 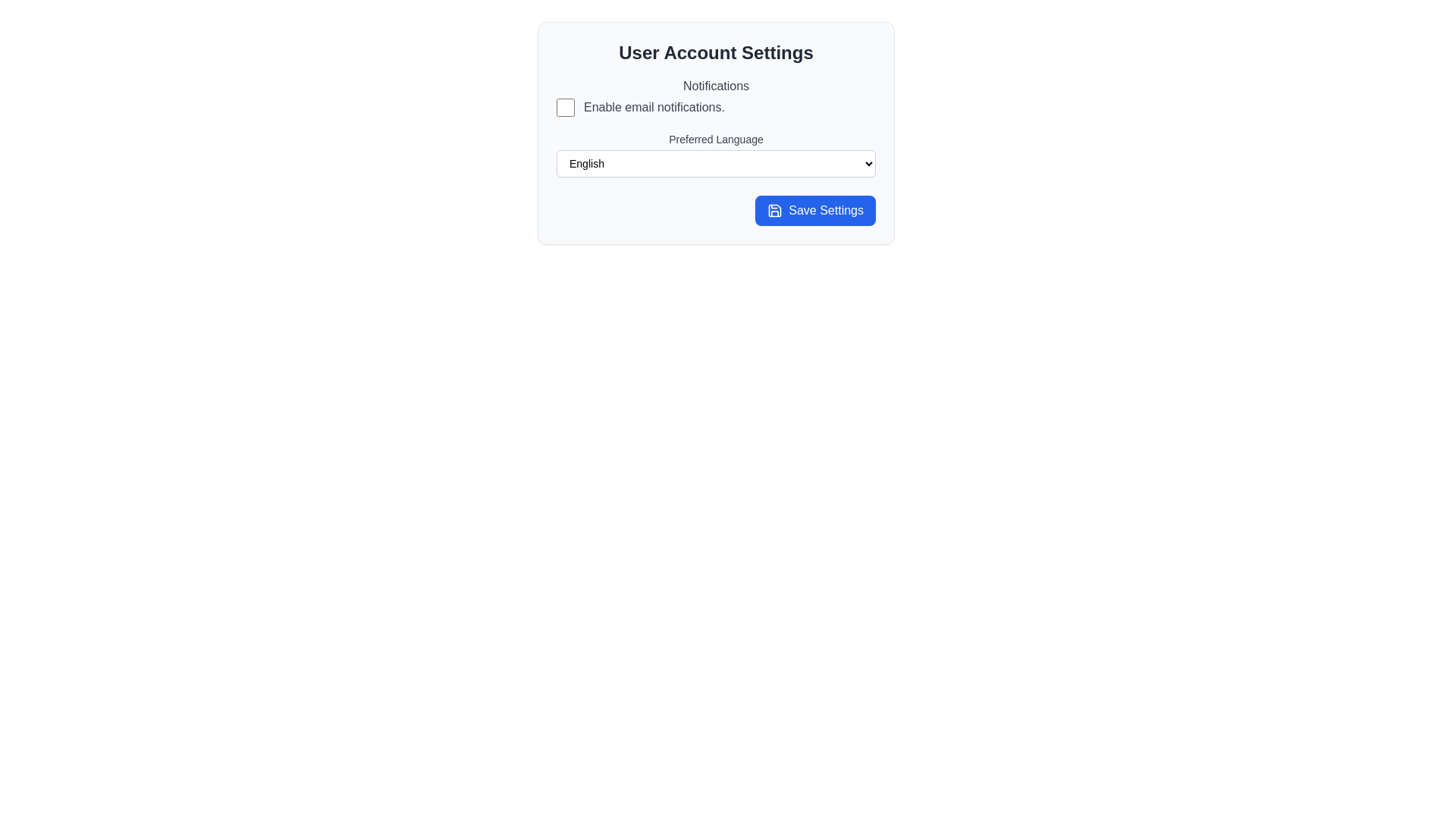 I want to click on the save icon, which resembles a floppy disk, located within the 'Save Settings' button at the lower right of the main settings area, so click(x=775, y=210).